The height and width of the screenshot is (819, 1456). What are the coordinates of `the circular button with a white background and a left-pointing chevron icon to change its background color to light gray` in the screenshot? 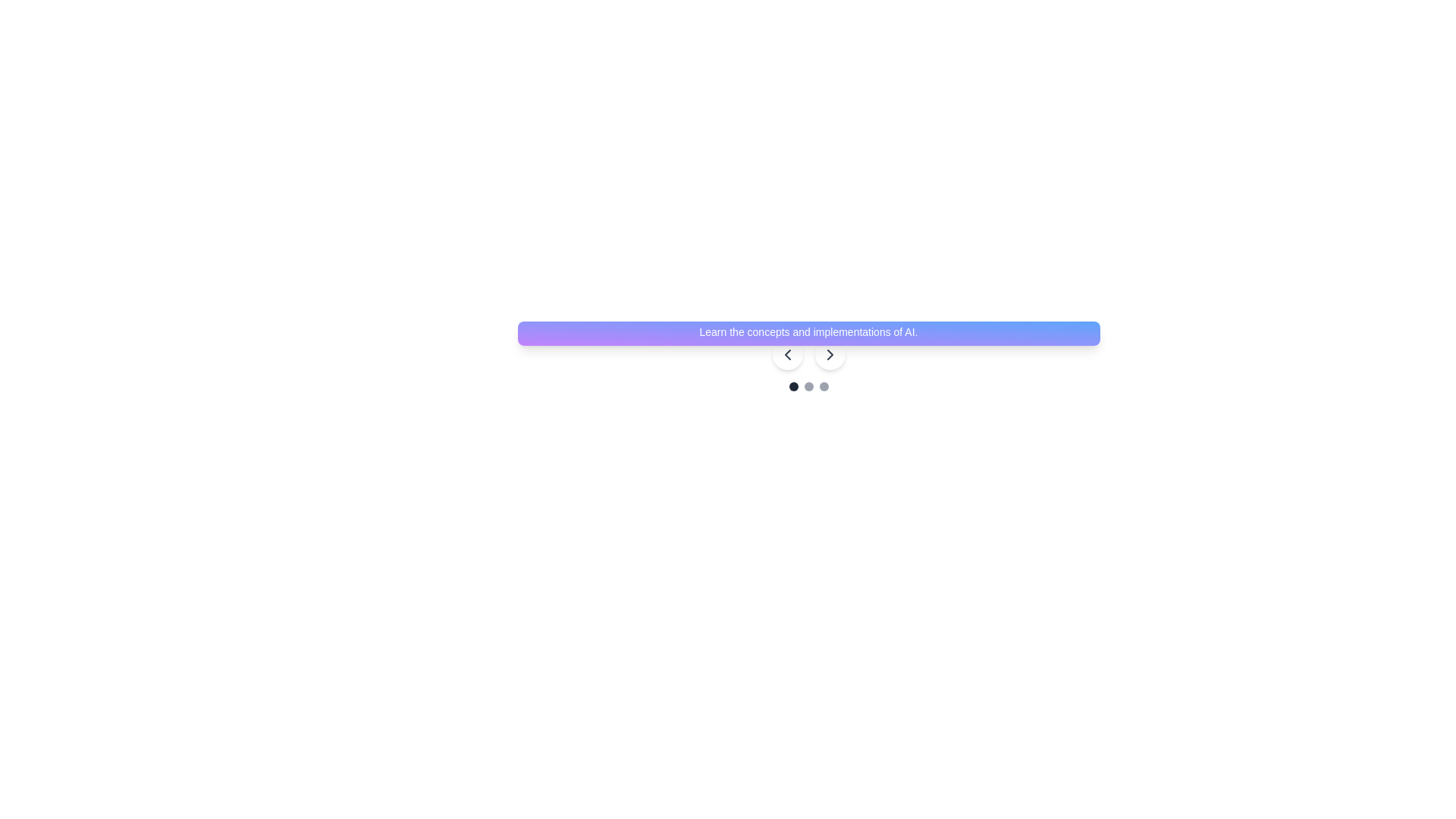 It's located at (787, 354).